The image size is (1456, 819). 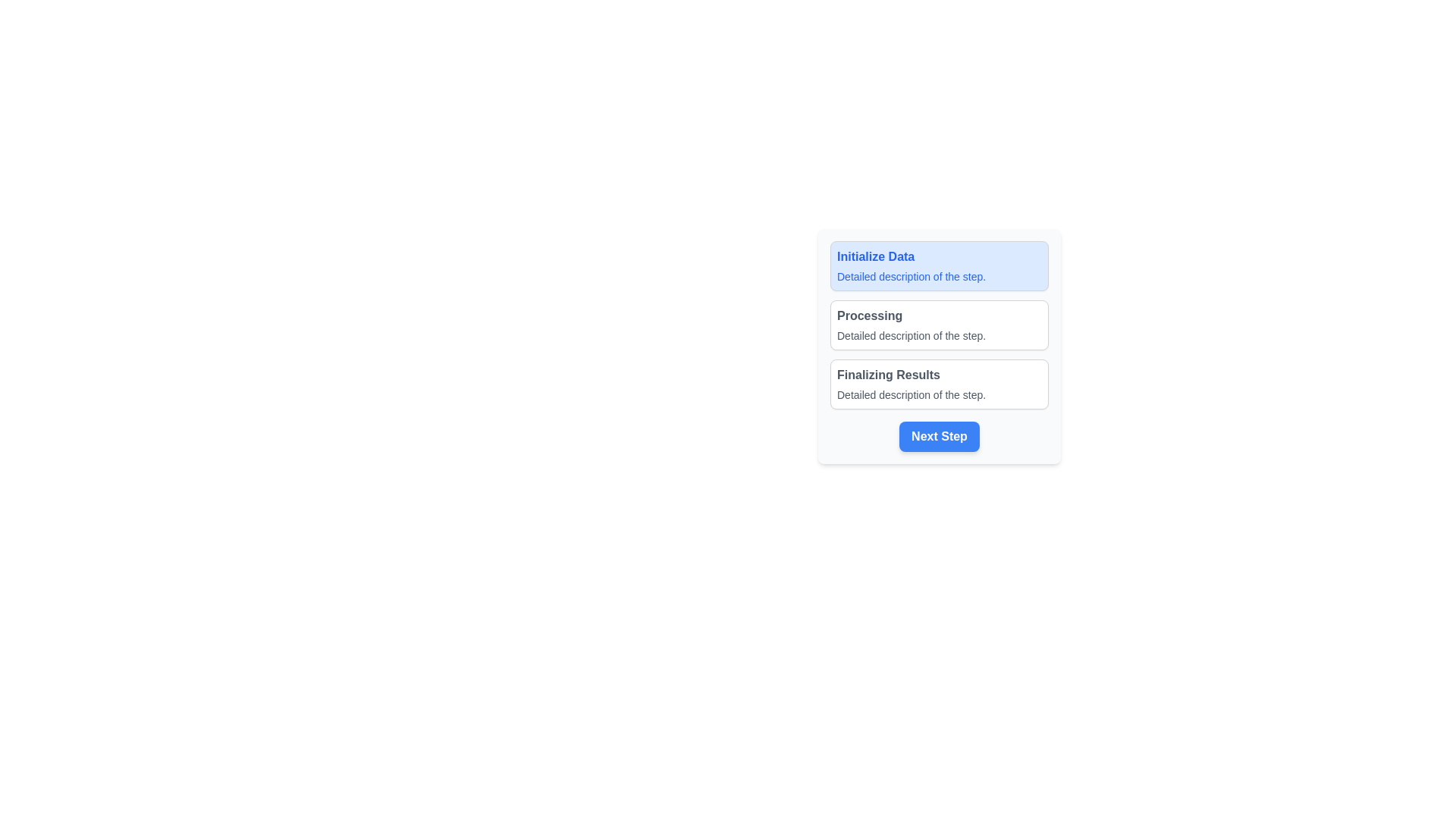 I want to click on the 'Processing' text description block, which is the second section in a sequence of three, positioned centrally between 'Initialize Data' and 'Finalizing Results', so click(x=938, y=346).